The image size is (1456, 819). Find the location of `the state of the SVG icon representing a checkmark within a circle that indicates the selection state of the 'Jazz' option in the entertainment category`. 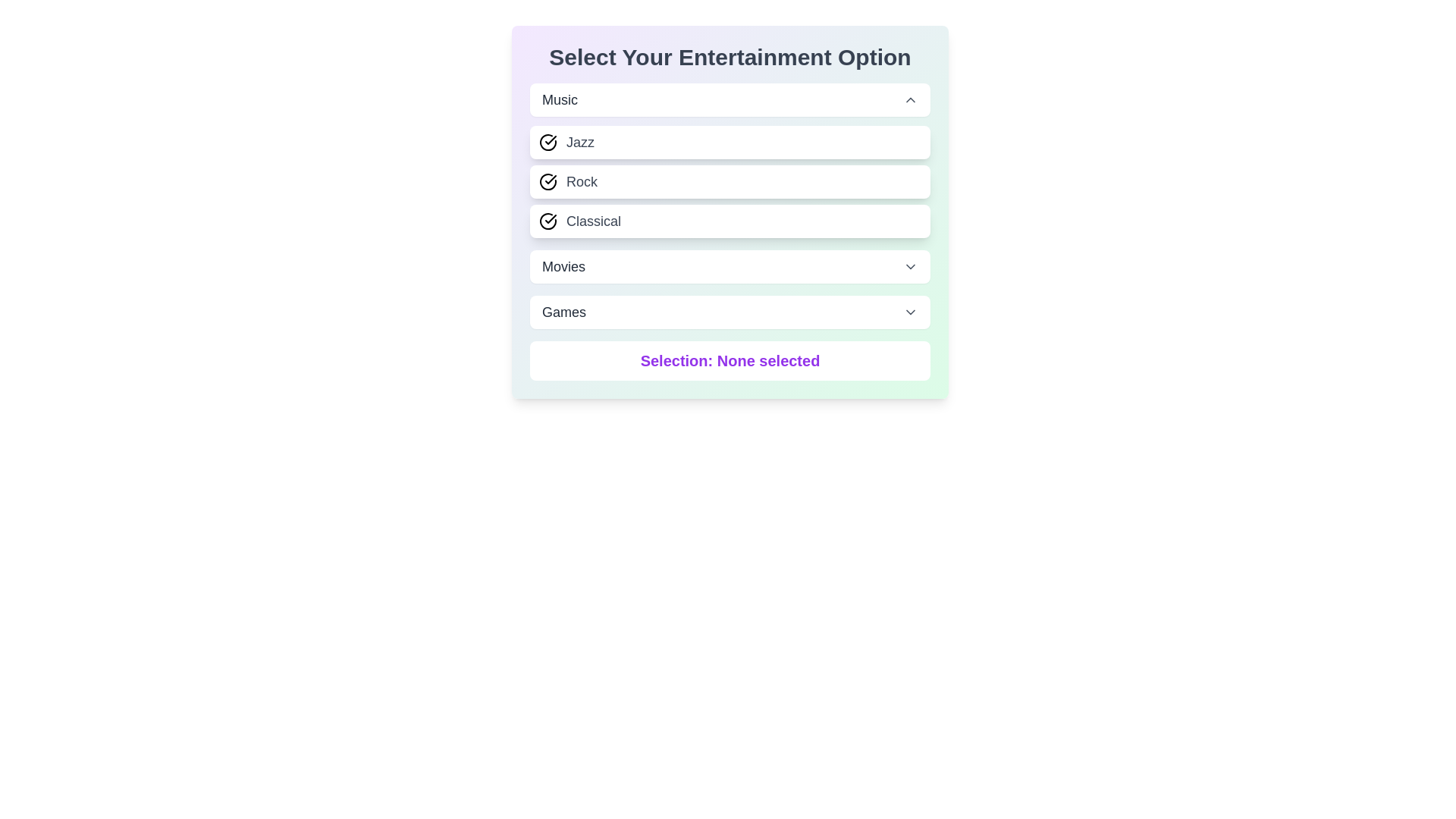

the state of the SVG icon representing a checkmark within a circle that indicates the selection state of the 'Jazz' option in the entertainment category is located at coordinates (548, 143).